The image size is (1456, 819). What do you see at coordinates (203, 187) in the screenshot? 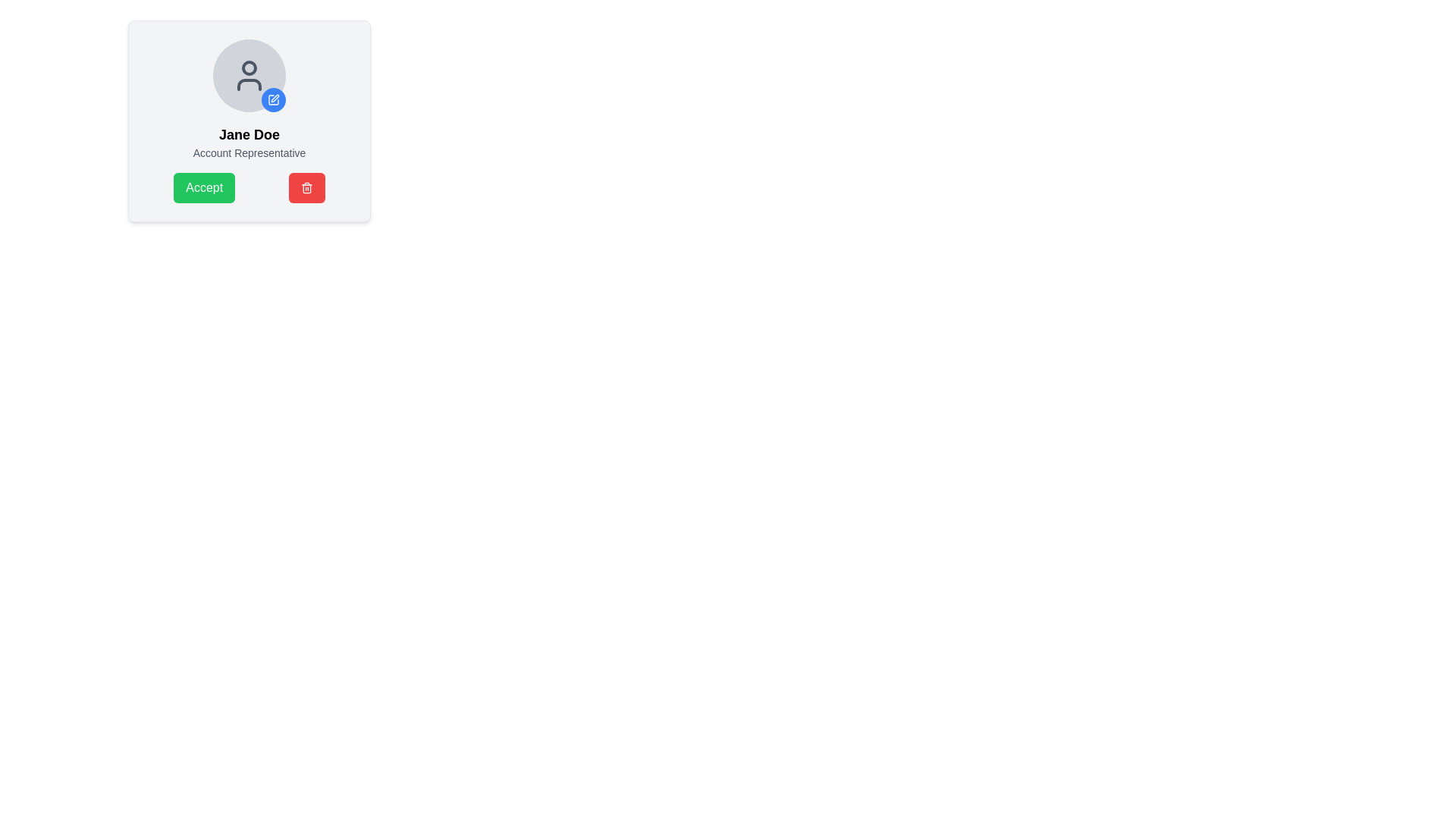
I see `the green 'Accept' button with rounded corners located at the bottom of the user details card` at bounding box center [203, 187].